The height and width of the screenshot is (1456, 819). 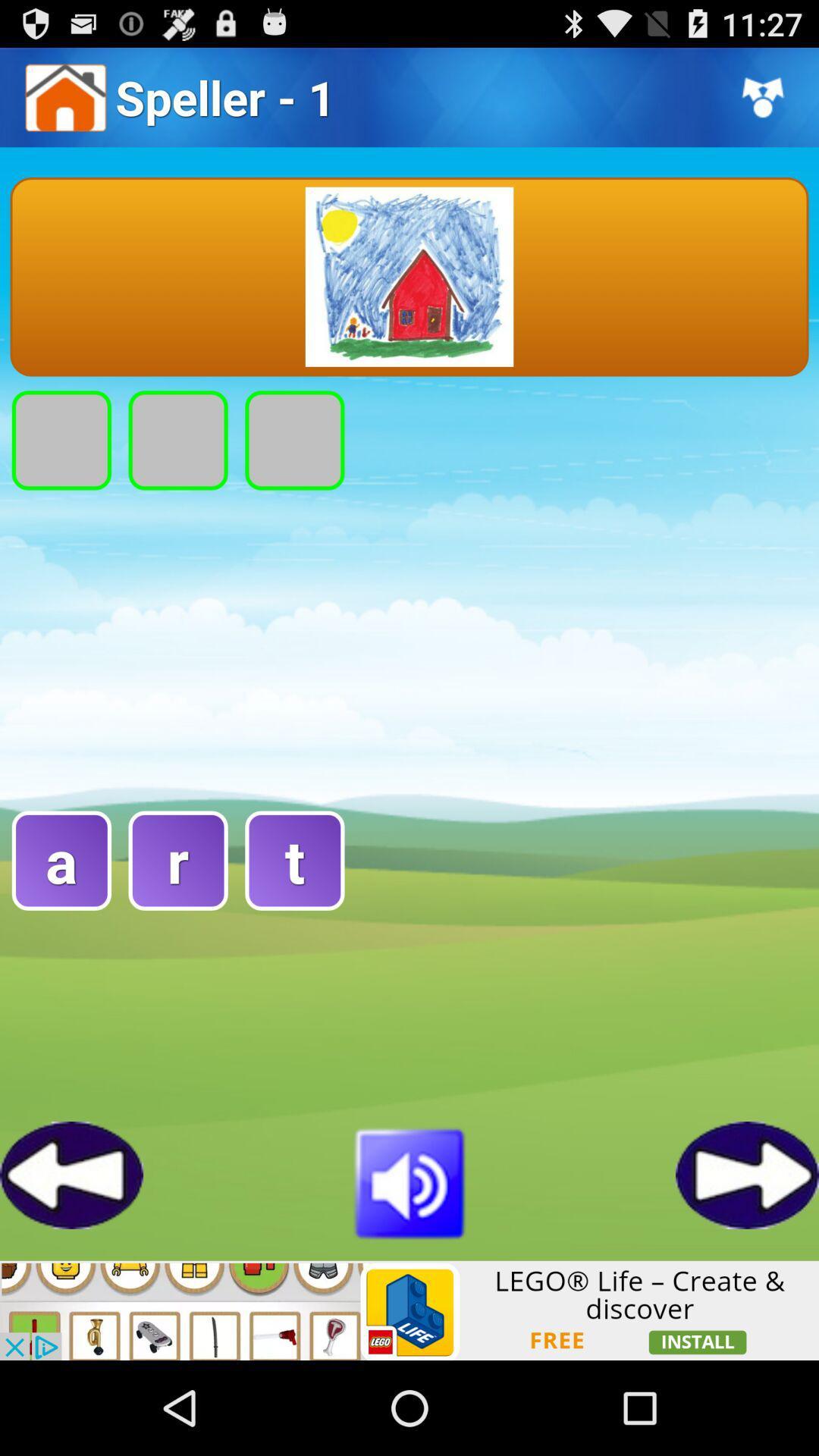 I want to click on icon left to the header text, so click(x=65, y=96).